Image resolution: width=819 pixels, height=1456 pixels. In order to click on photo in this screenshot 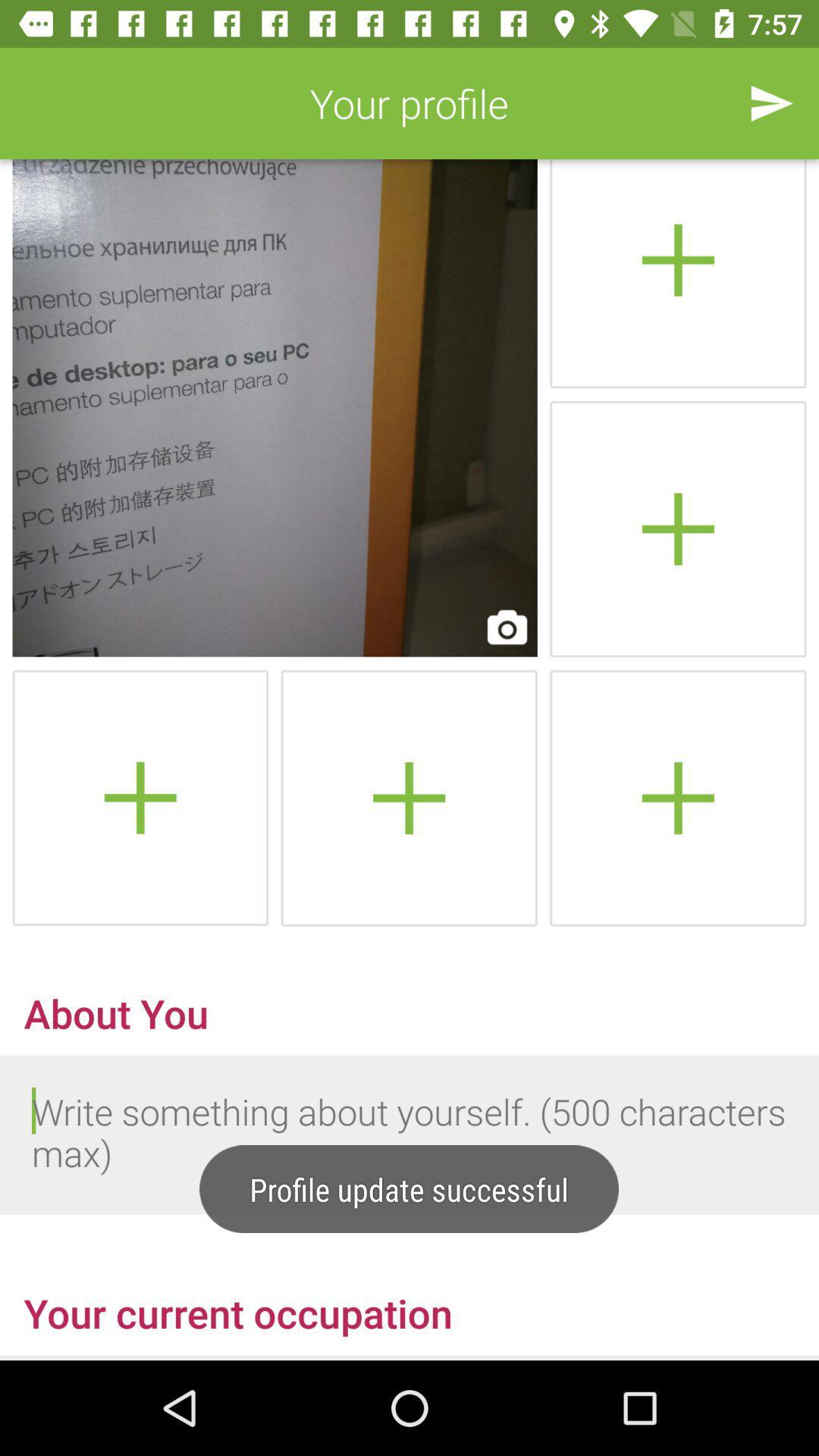, I will do `click(140, 797)`.